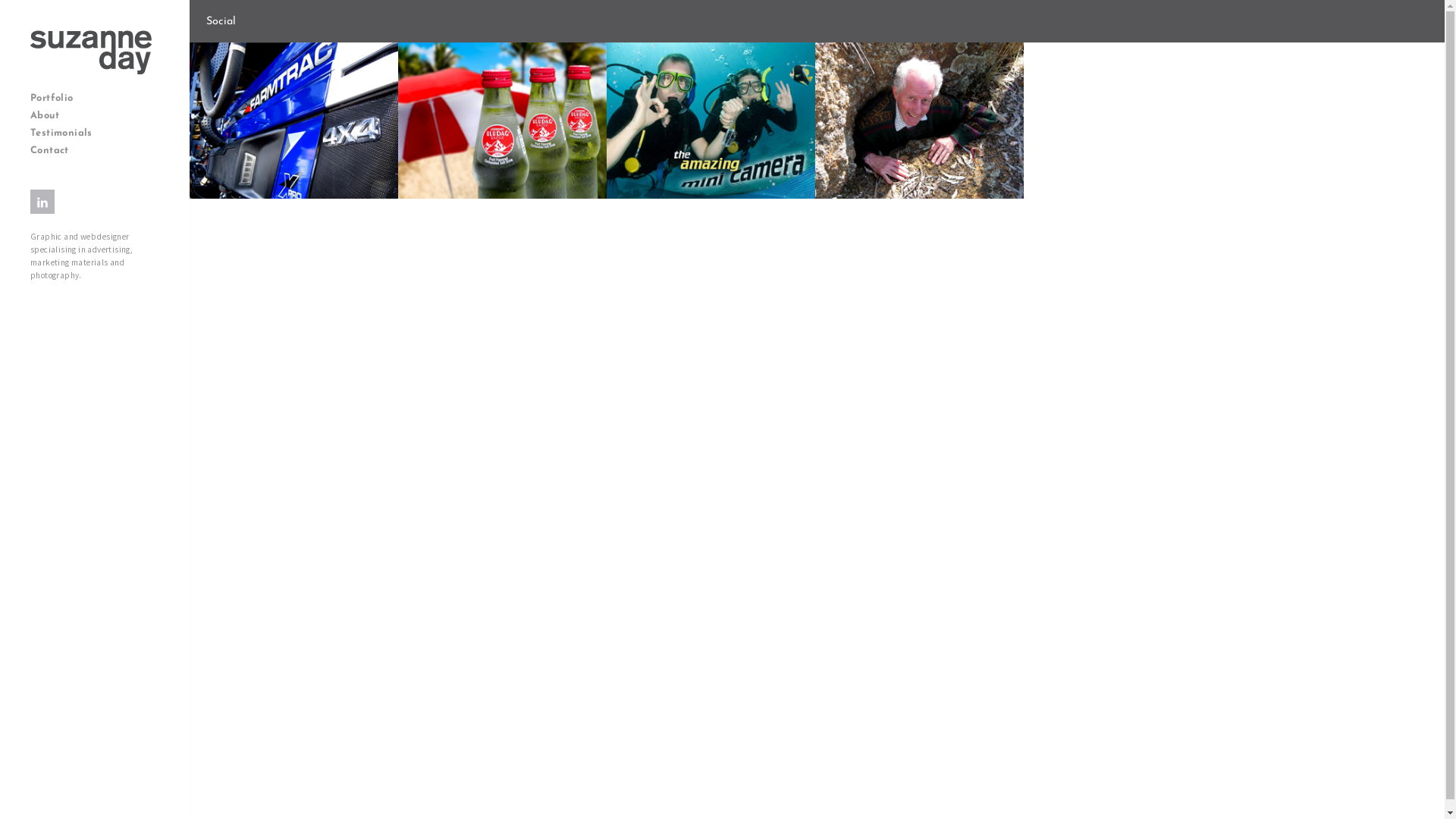 Image resolution: width=1456 pixels, height=819 pixels. What do you see at coordinates (96, 98) in the screenshot?
I see `'Portfolio'` at bounding box center [96, 98].